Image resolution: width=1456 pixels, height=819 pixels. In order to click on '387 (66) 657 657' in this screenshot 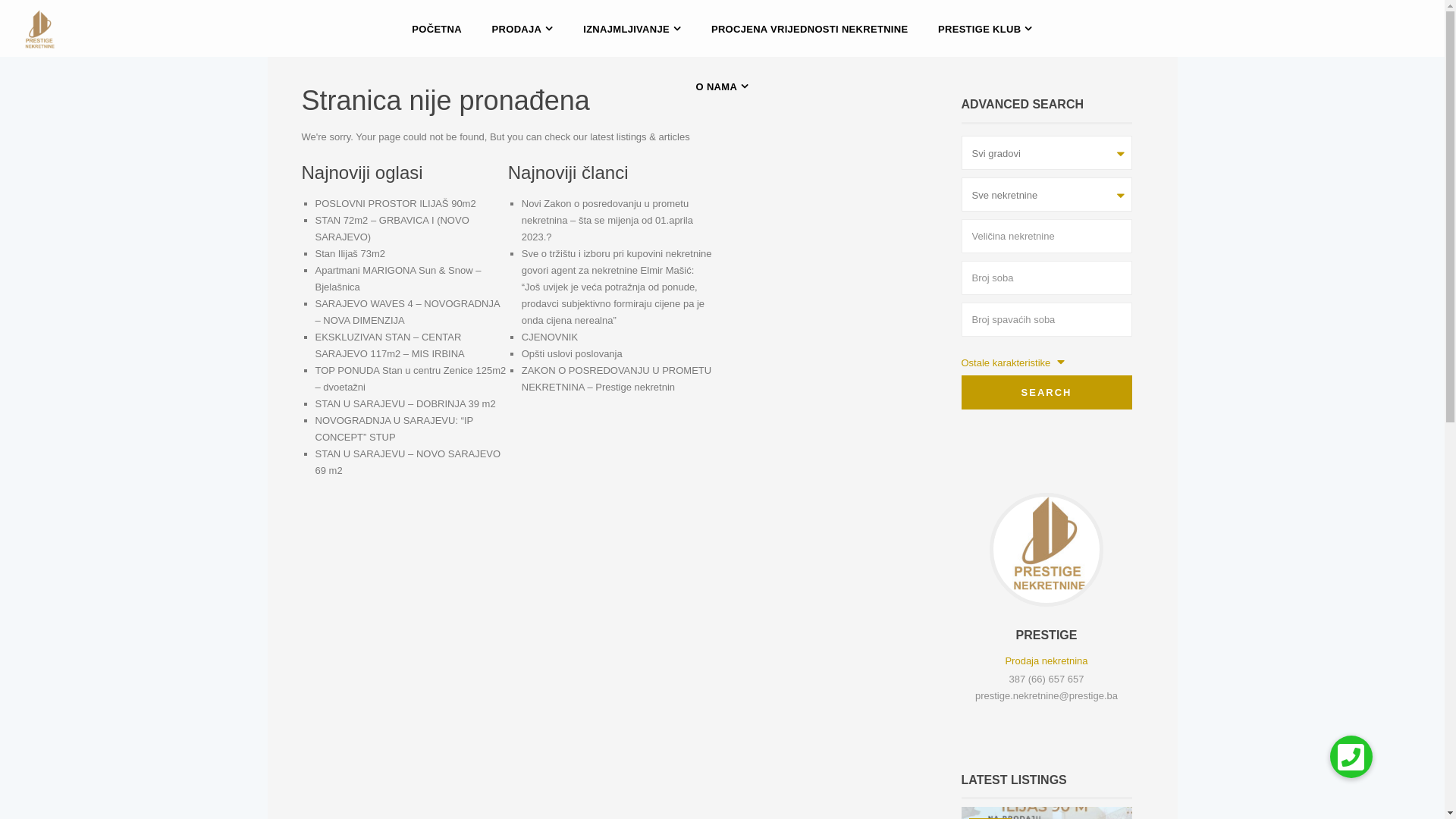, I will do `click(1008, 678)`.